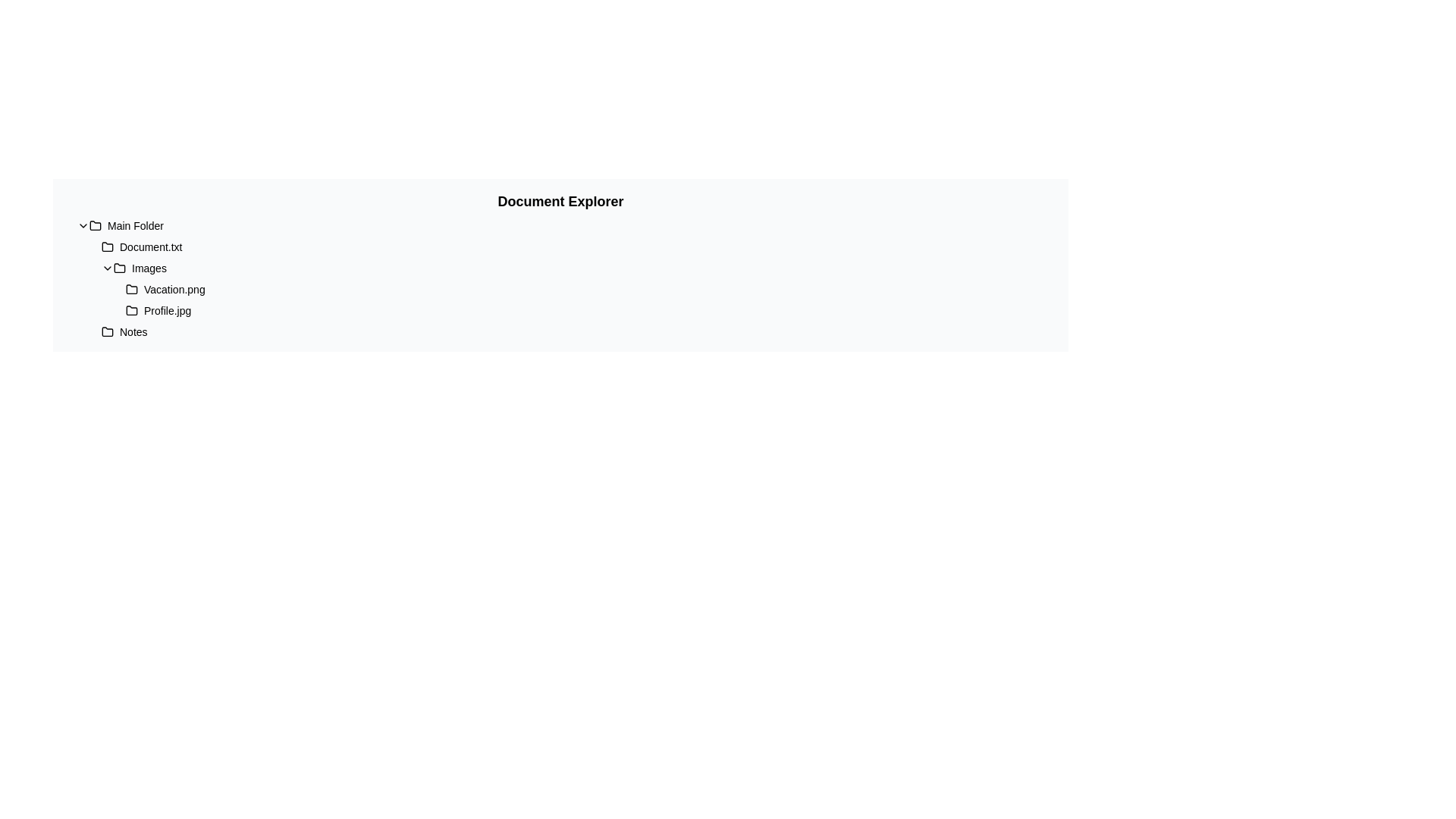 The image size is (1456, 819). Describe the element at coordinates (107, 245) in the screenshot. I see `the folder icon representing 'Document.txt' in the Document Explorer interface, which is located under the Main Folder section` at that location.